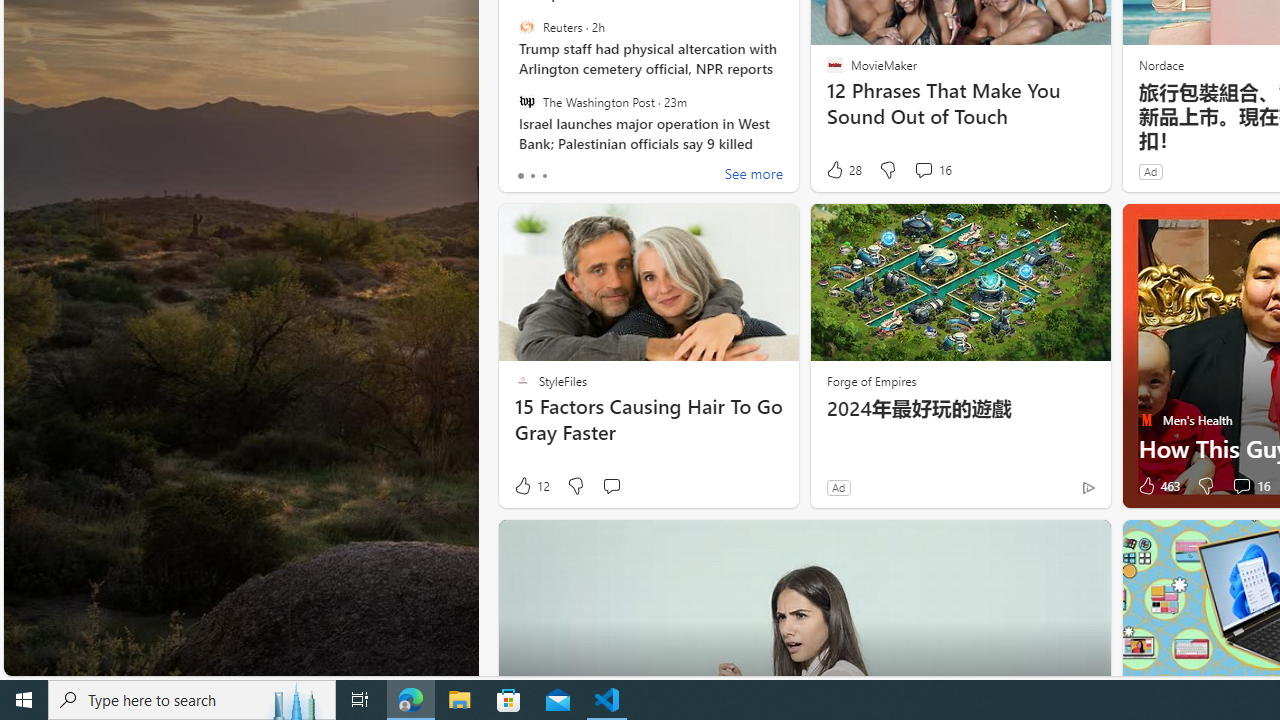  What do you see at coordinates (1204, 486) in the screenshot?
I see `'Dislike'` at bounding box center [1204, 486].